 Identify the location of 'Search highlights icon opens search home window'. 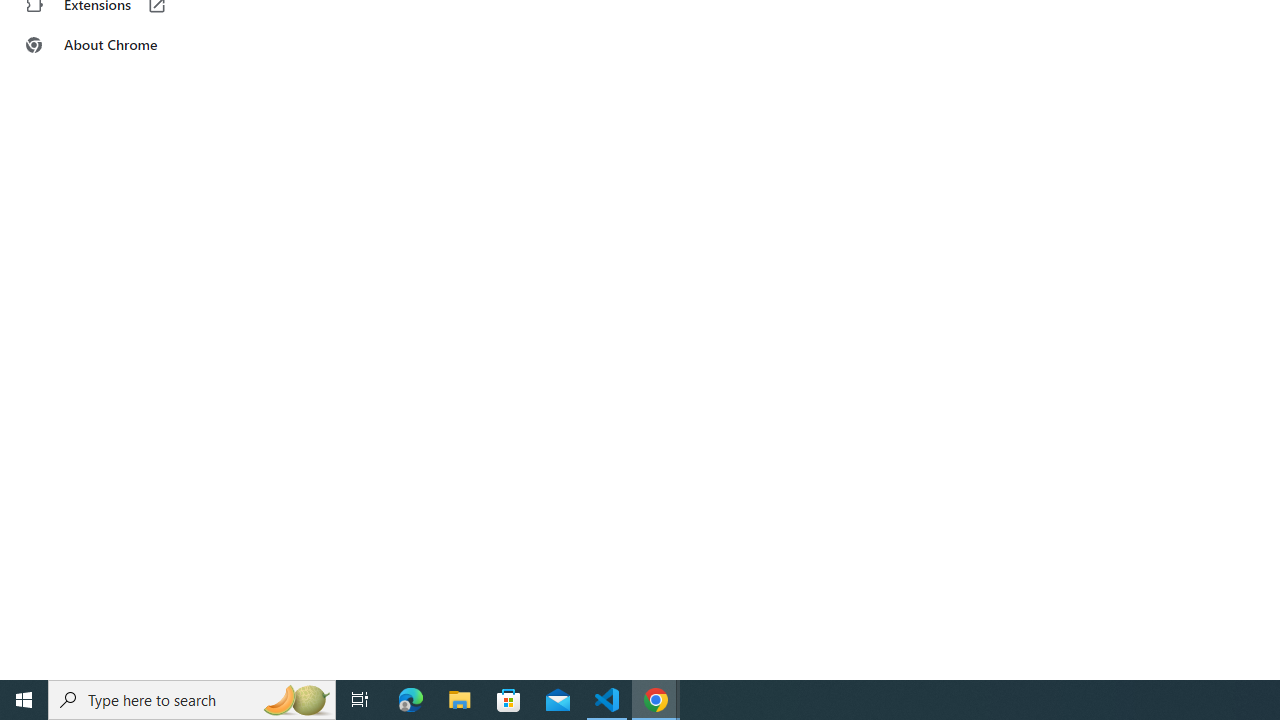
(294, 698).